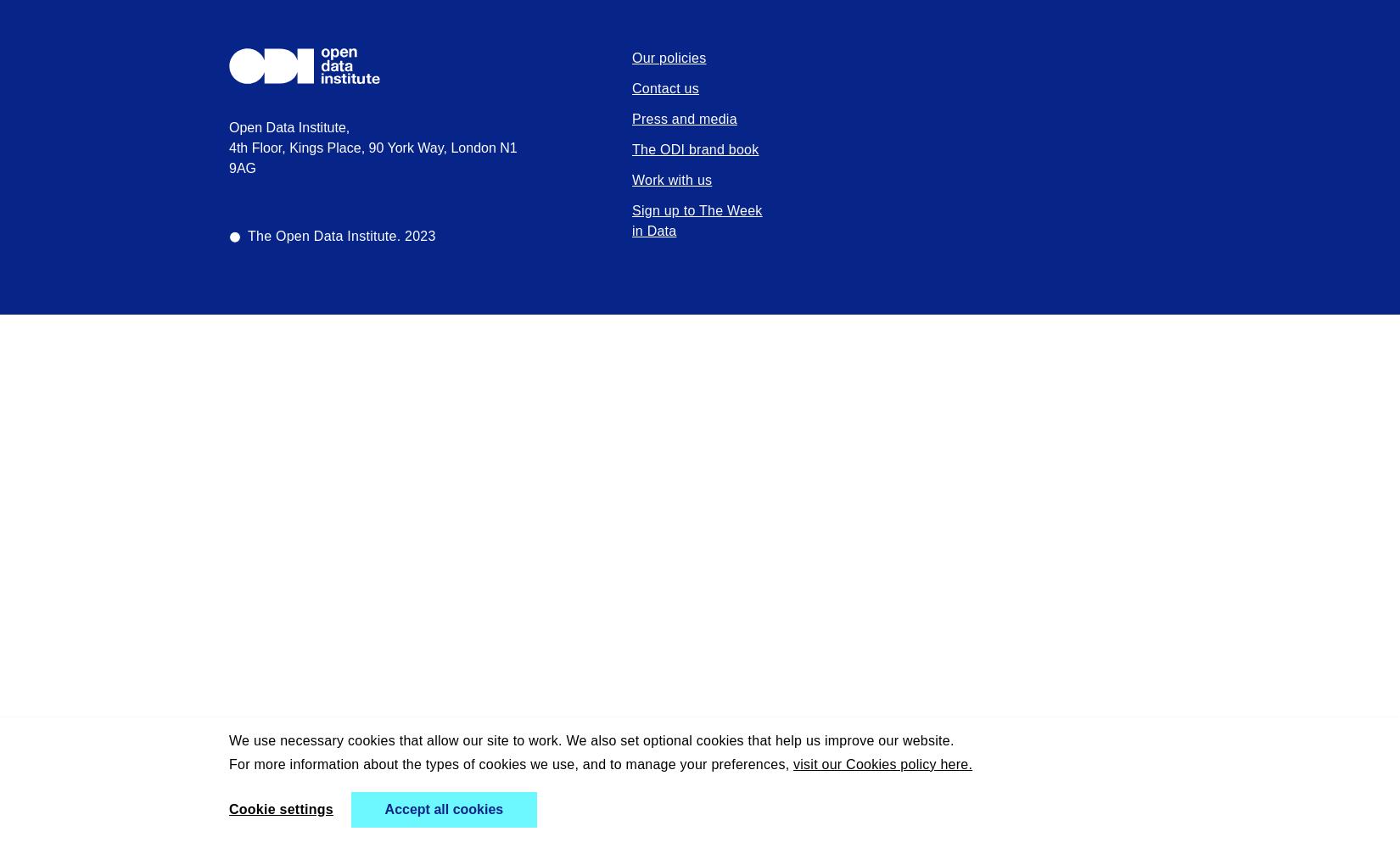 This screenshot has height=848, width=1400. Describe the element at coordinates (793, 764) in the screenshot. I see `'visit our Cookies policy here.'` at that location.